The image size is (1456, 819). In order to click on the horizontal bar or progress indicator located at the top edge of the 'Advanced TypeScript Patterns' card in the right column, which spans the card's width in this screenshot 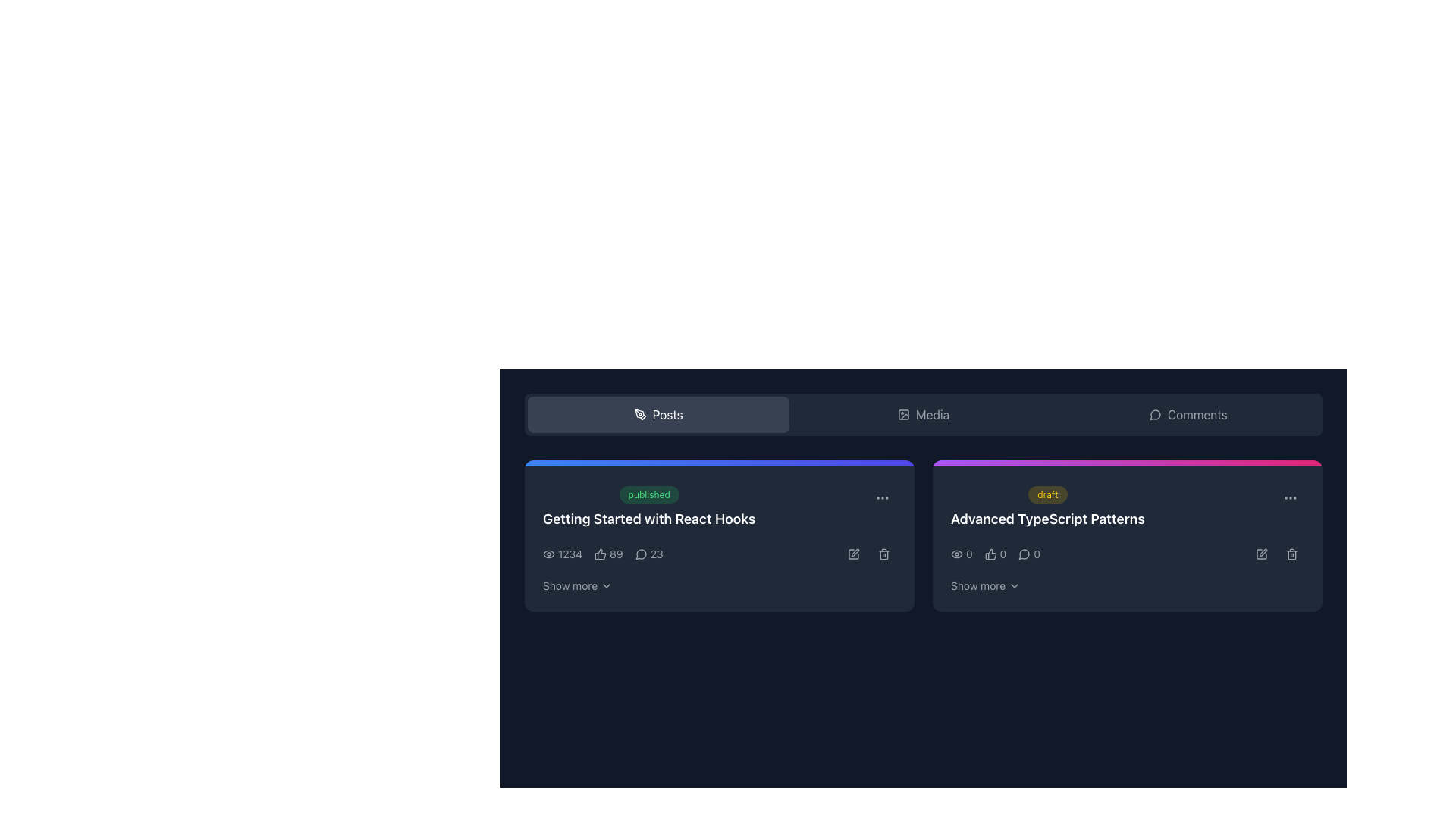, I will do `click(1128, 462)`.